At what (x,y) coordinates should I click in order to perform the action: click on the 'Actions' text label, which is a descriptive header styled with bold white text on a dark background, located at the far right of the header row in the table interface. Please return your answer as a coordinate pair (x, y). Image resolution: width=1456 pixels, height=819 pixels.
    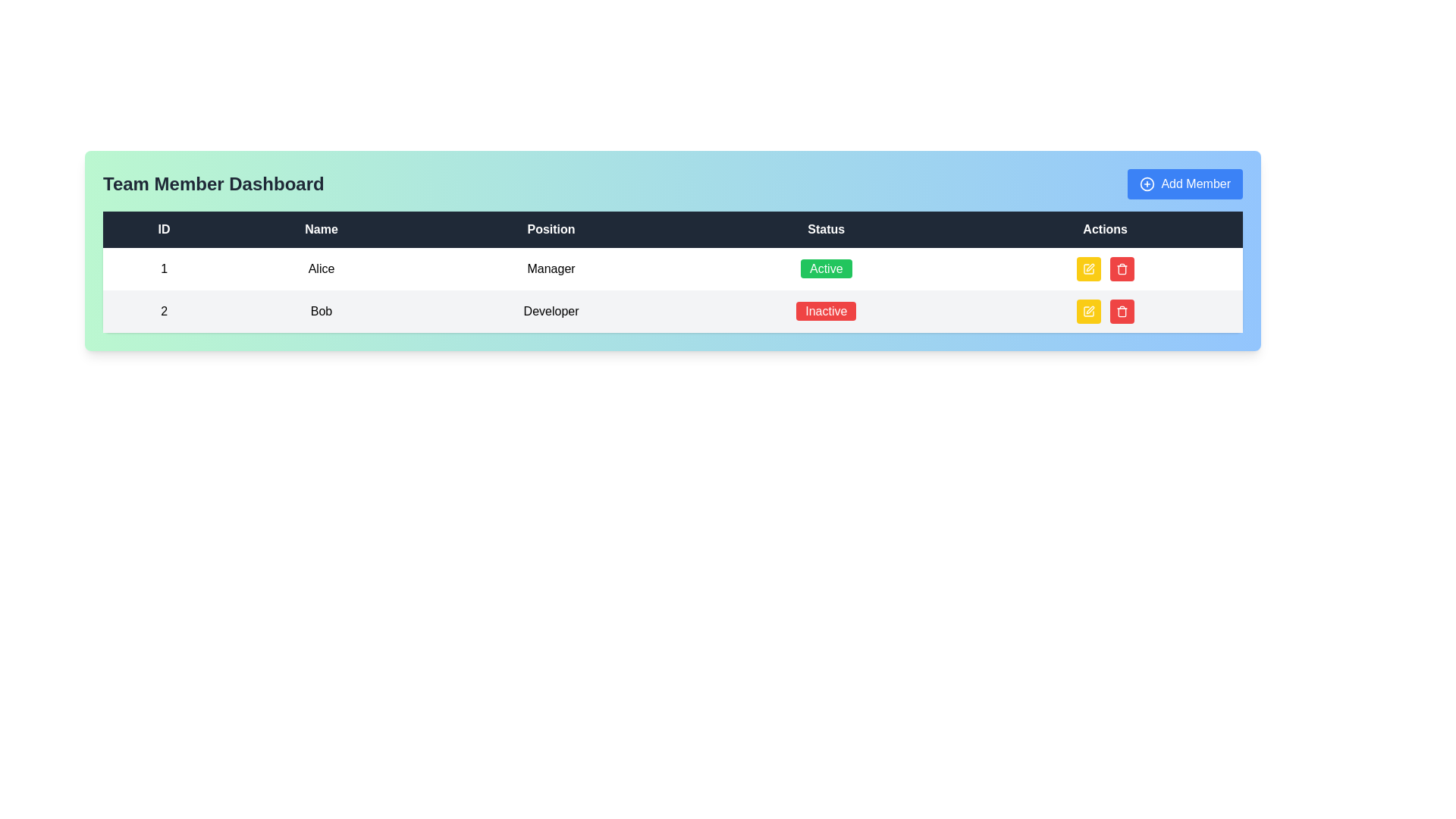
    Looking at the image, I should click on (1105, 230).